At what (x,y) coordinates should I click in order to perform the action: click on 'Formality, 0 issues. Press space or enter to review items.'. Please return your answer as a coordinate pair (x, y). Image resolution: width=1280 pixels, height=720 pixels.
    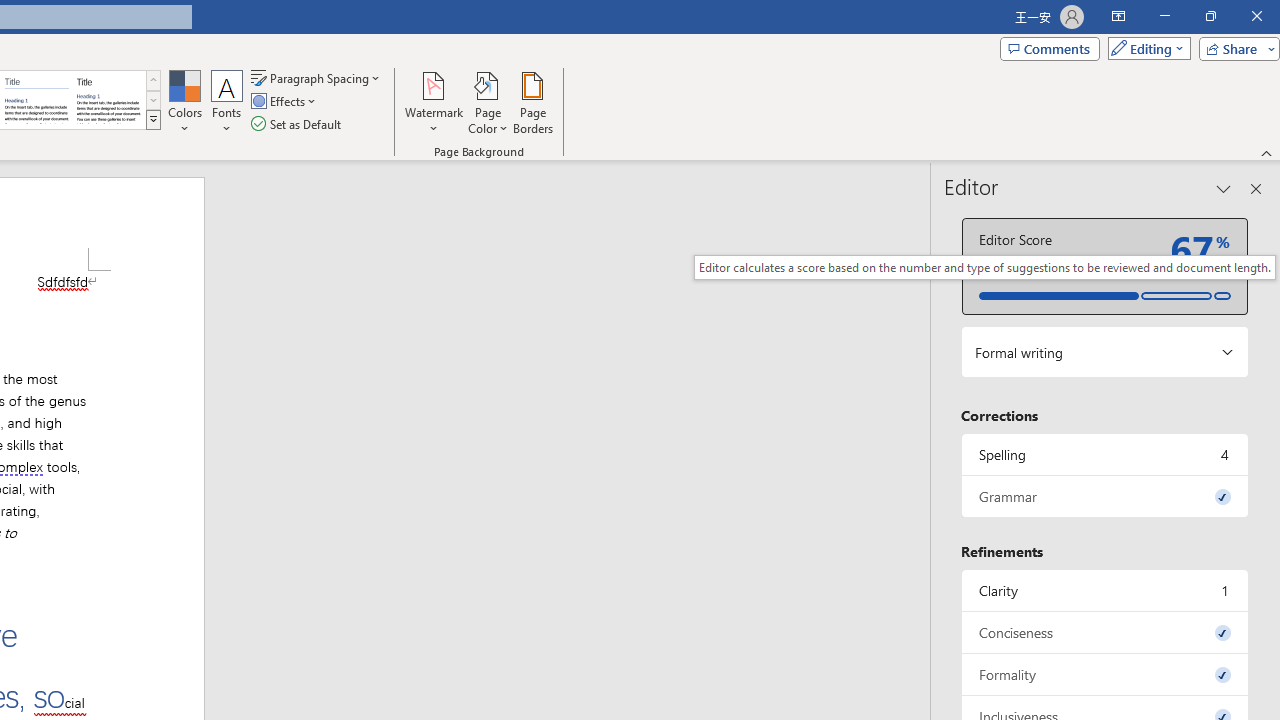
    Looking at the image, I should click on (1104, 674).